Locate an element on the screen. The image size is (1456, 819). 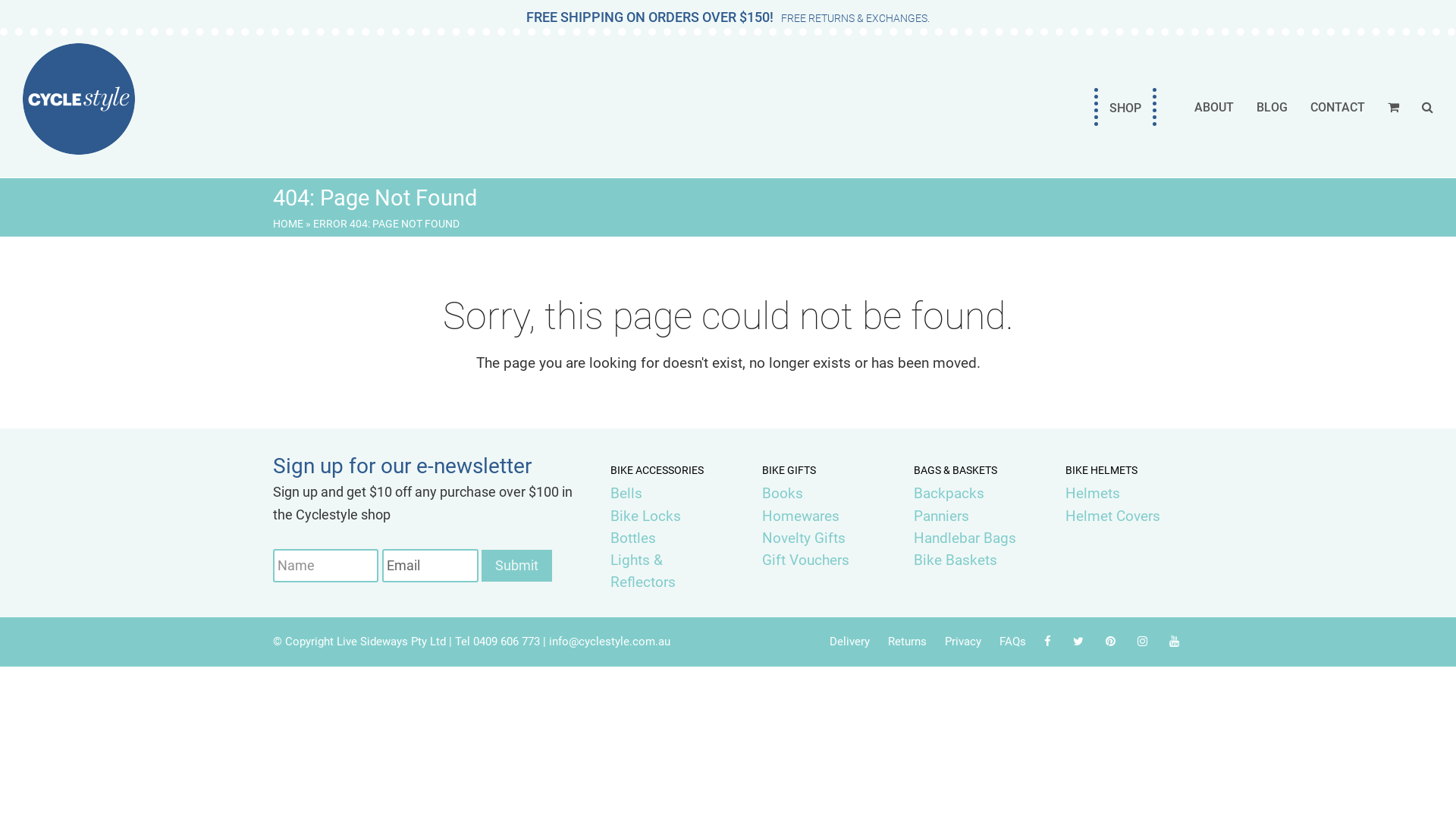
'CONTACT' is located at coordinates (1337, 106).